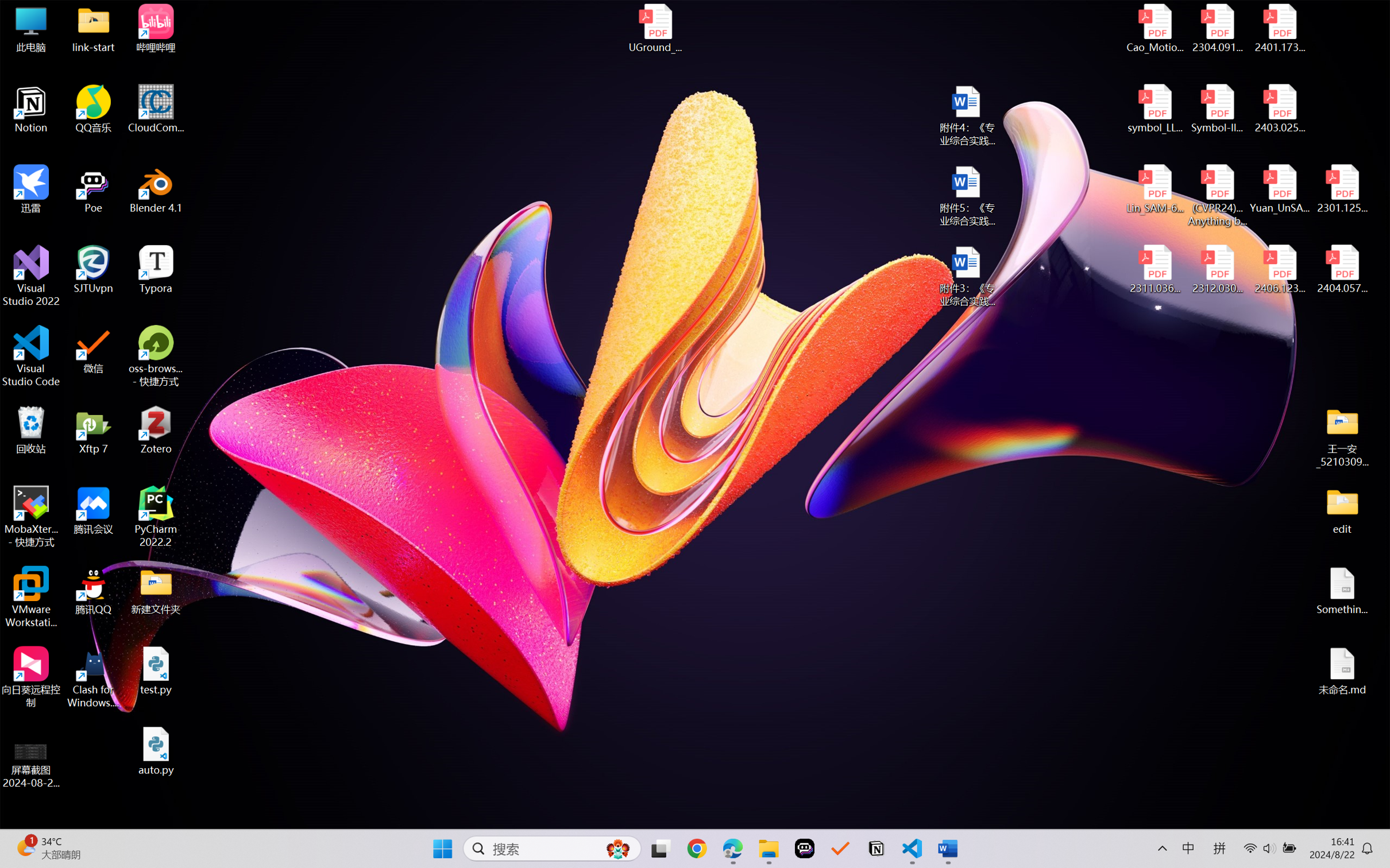 The image size is (1390, 868). I want to click on '2312.03032v2.pdf', so click(1217, 269).